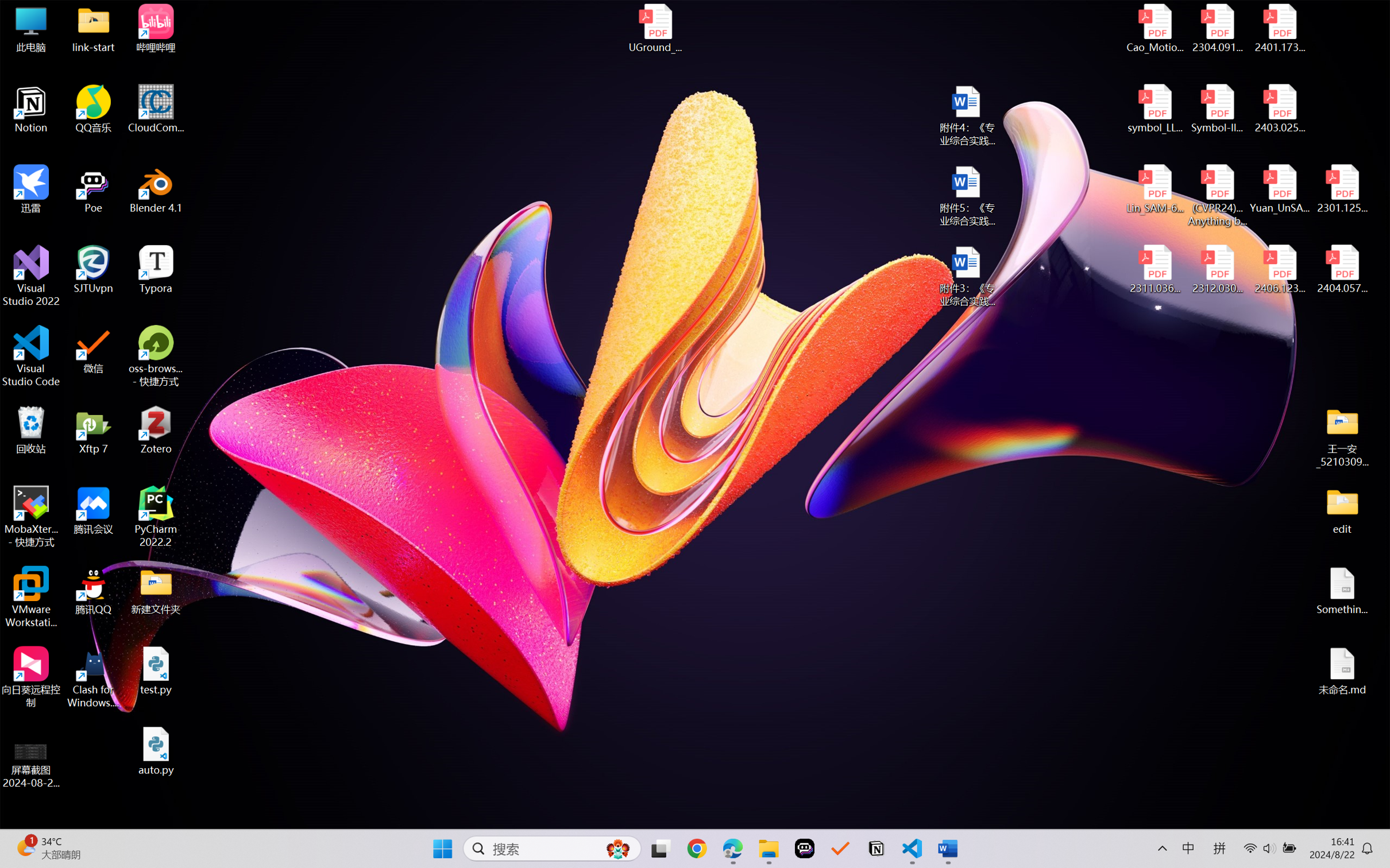 The image size is (1390, 868). I want to click on '2312.03032v2.pdf', so click(1217, 269).